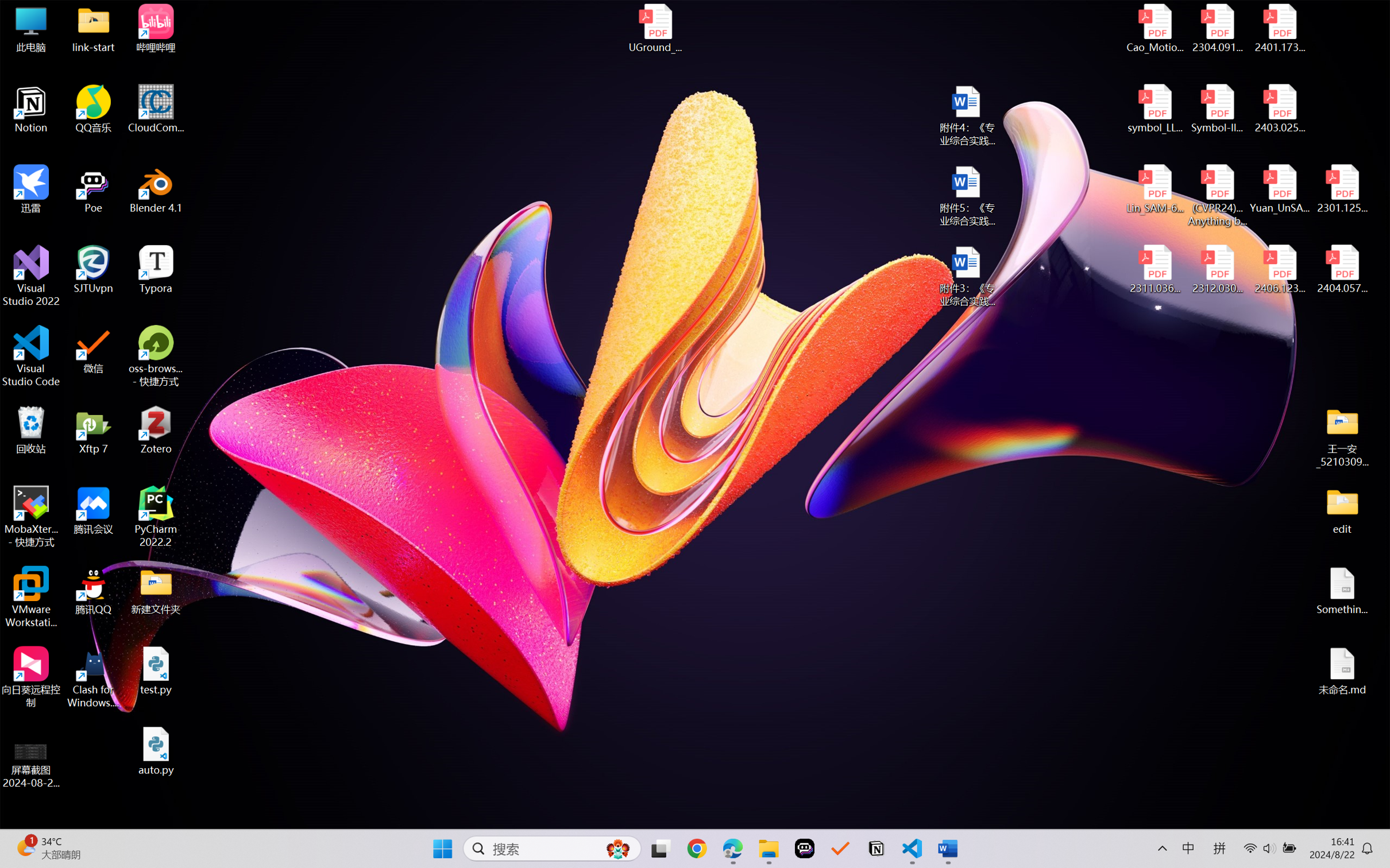 The image size is (1390, 868). I want to click on '2312.03032v2.pdf', so click(1217, 269).